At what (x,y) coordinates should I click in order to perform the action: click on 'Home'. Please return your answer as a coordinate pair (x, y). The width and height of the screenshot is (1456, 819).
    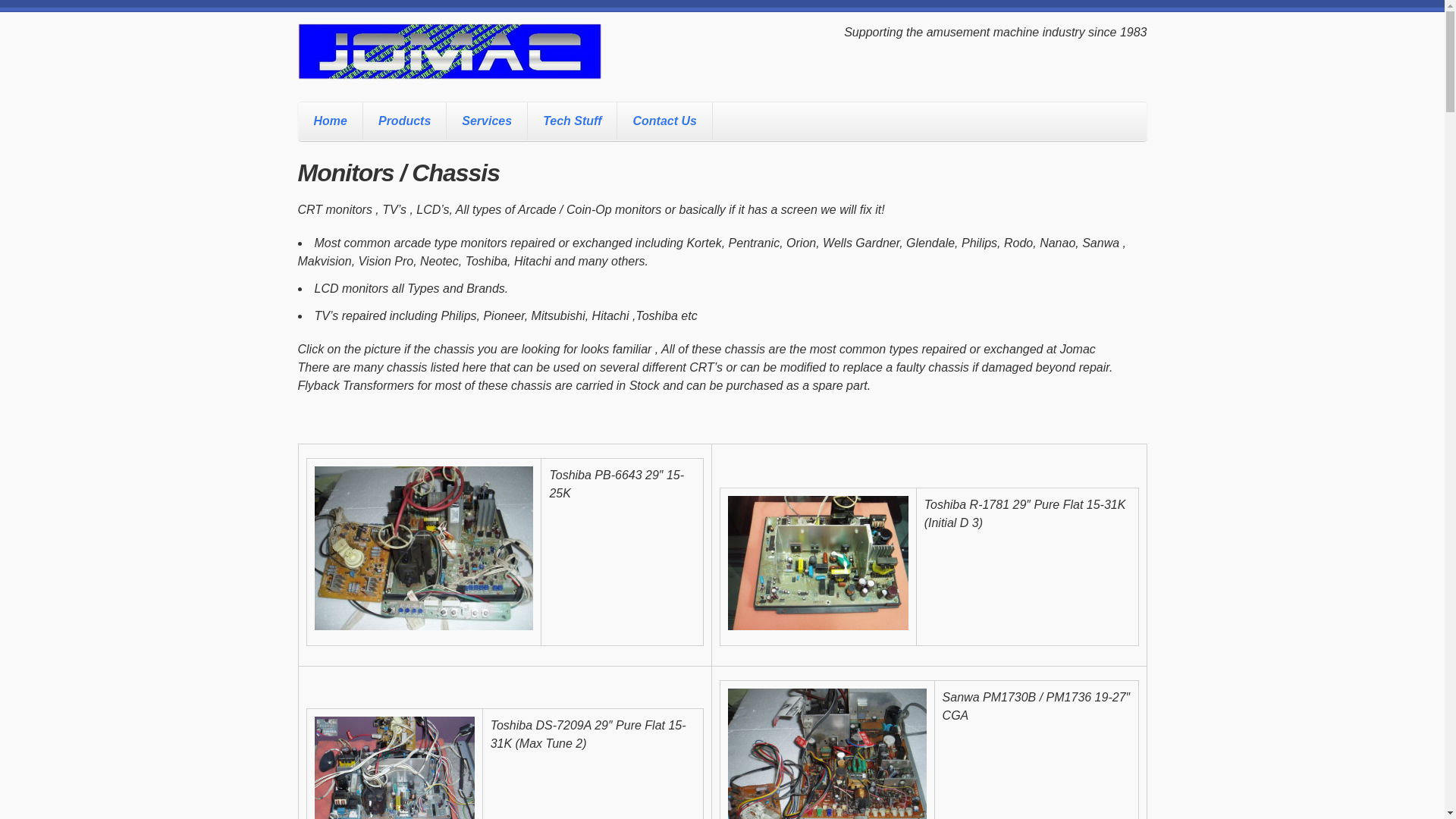
    Looking at the image, I should click on (330, 120).